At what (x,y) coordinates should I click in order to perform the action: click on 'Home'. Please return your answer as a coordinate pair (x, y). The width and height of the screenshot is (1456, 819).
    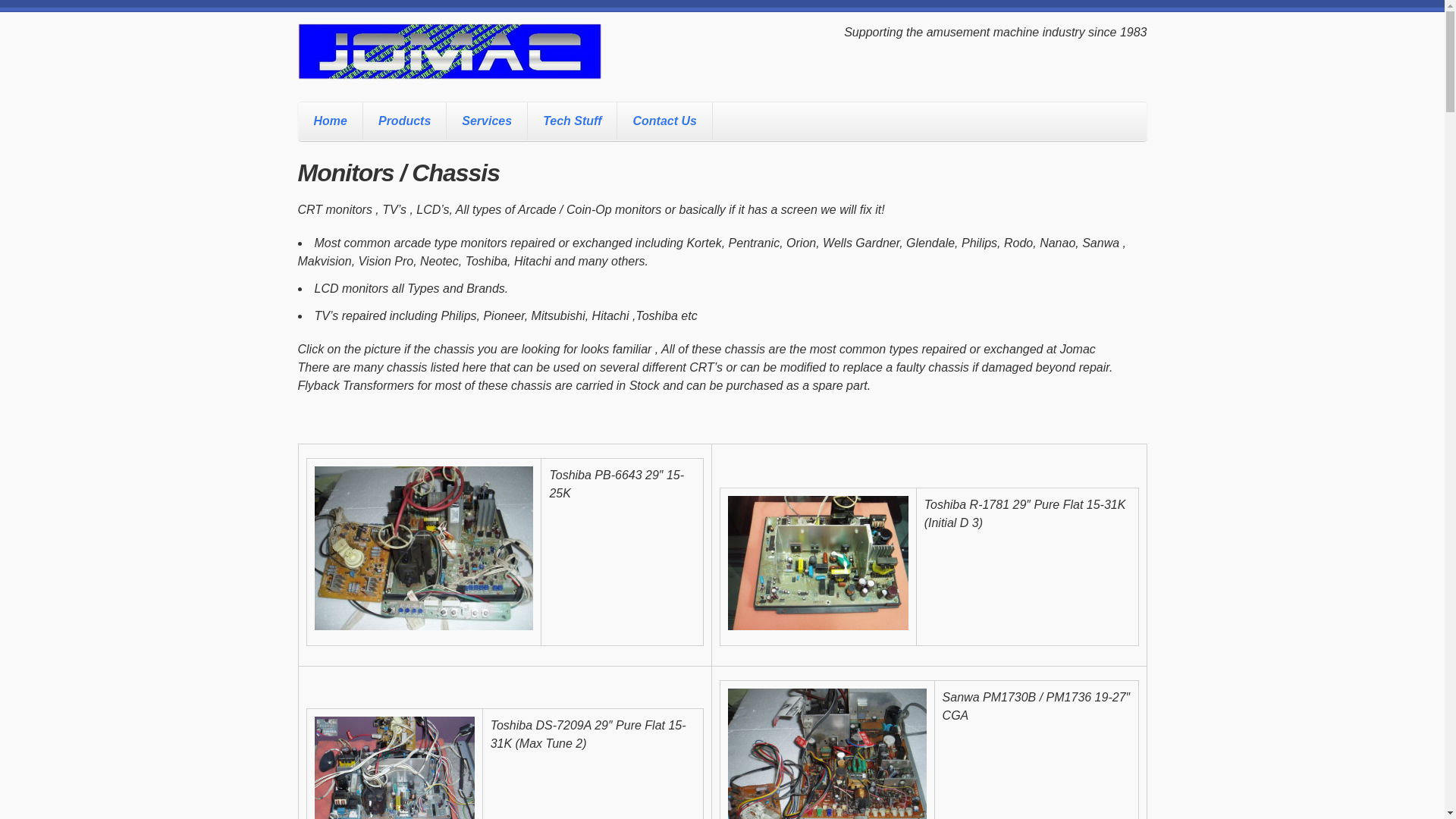
    Looking at the image, I should click on (330, 120).